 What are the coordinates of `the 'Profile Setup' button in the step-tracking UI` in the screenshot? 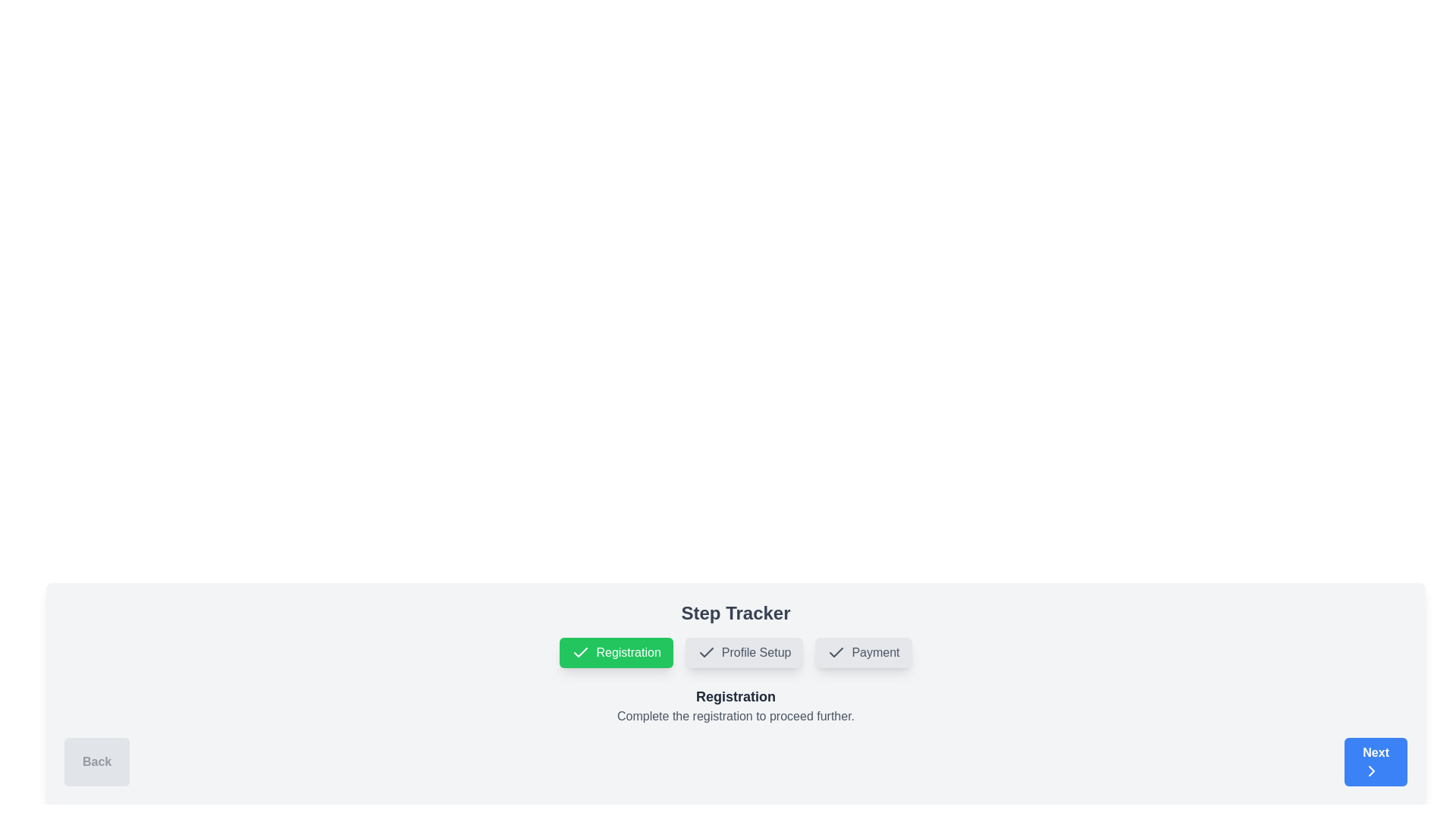 It's located at (744, 651).